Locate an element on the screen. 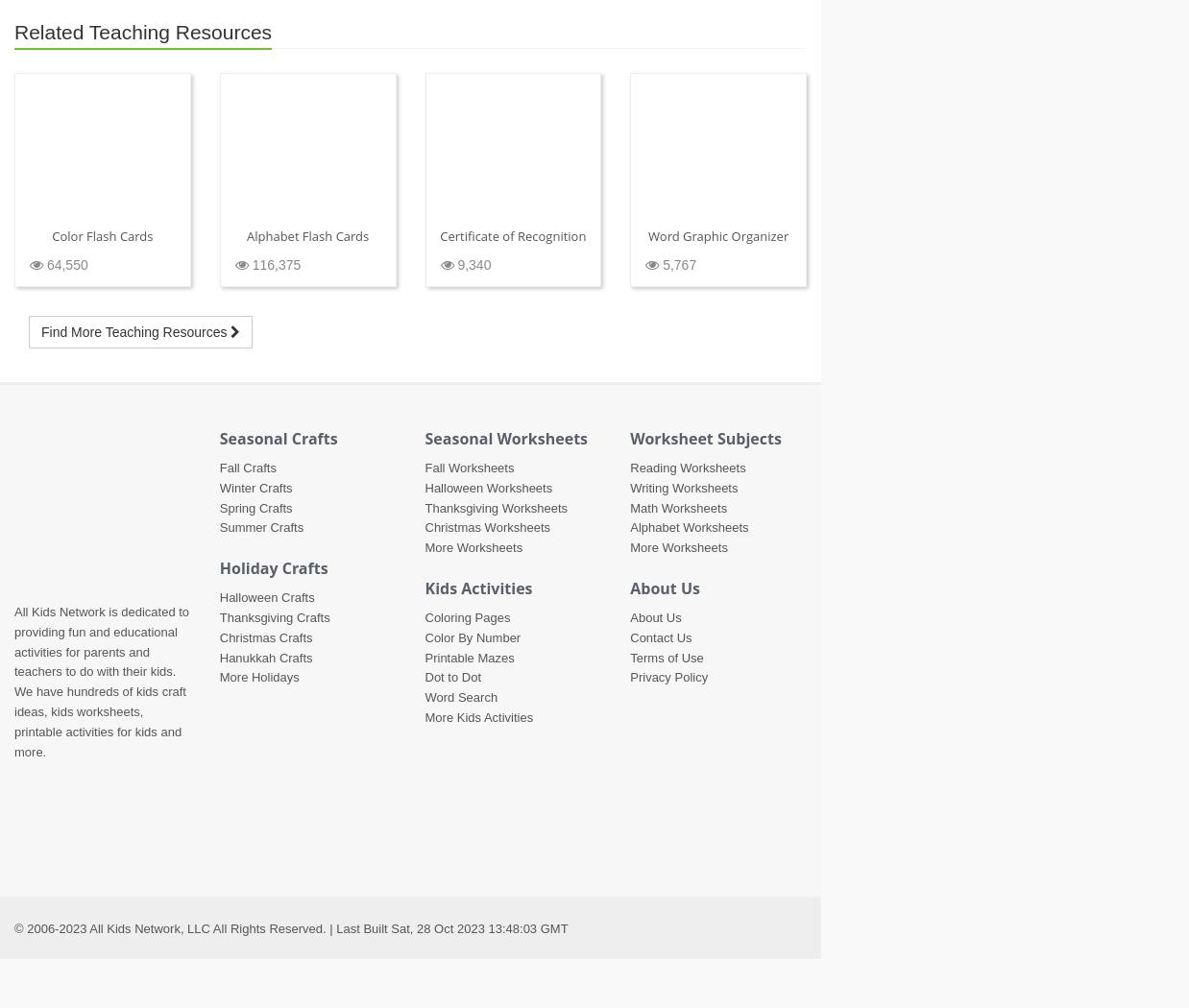  'Halloween Crafts' is located at coordinates (265, 597).